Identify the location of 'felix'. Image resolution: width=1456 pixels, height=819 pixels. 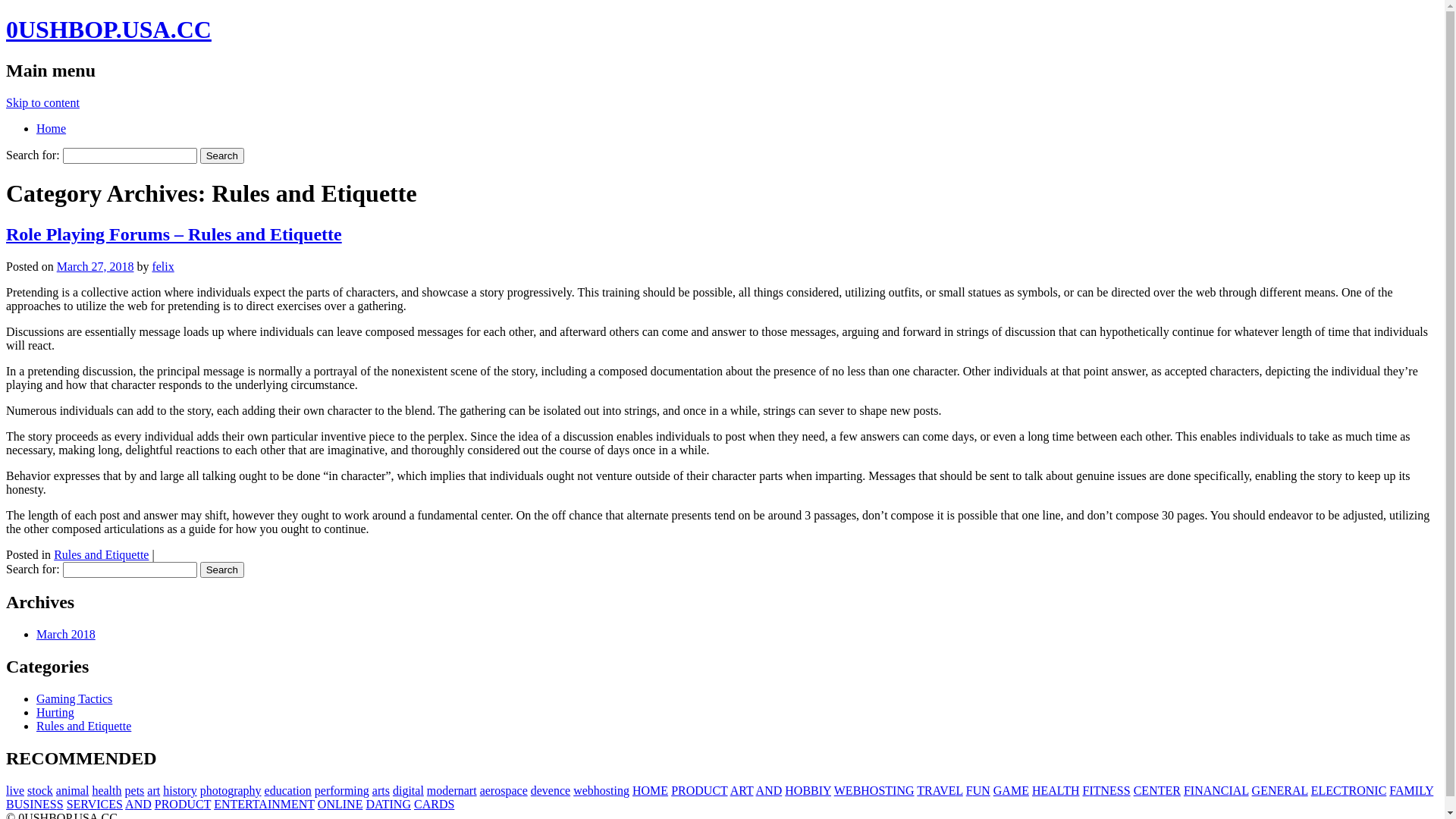
(162, 265).